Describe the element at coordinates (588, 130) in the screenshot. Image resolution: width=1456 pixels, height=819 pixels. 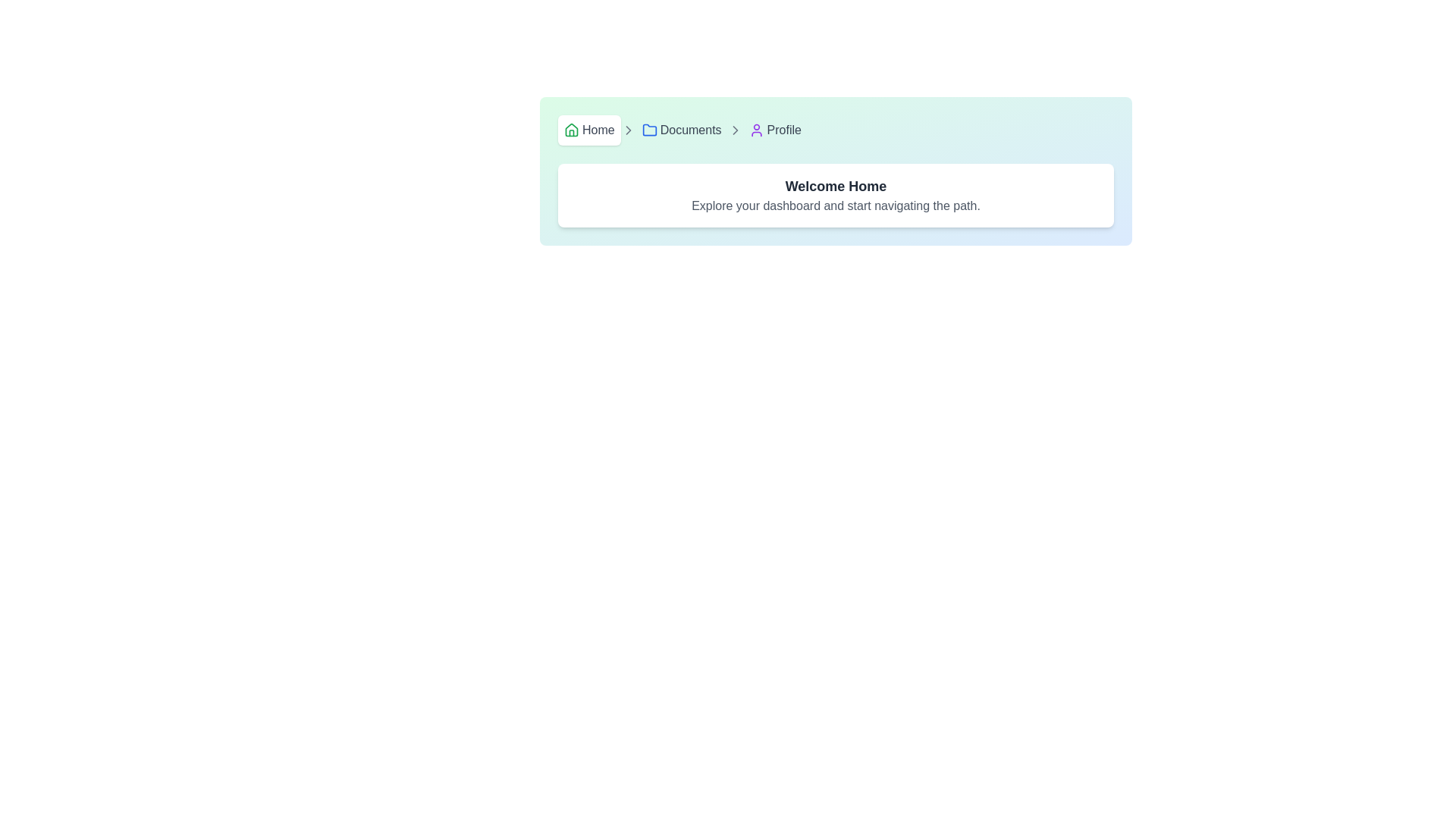
I see `the first button in the breadcrumb navigation row` at that location.